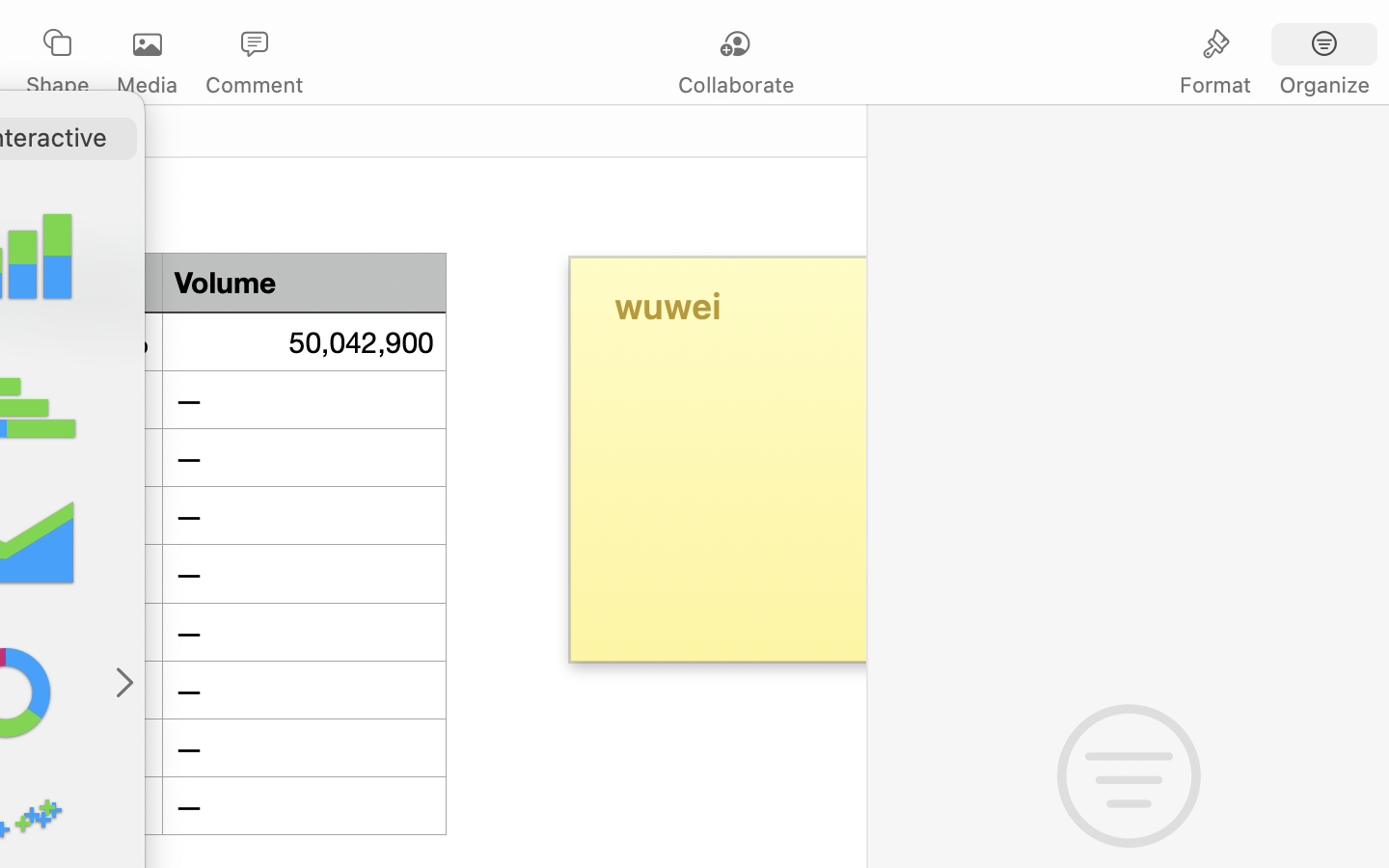 The width and height of the screenshot is (1389, 868). Describe the element at coordinates (1322, 84) in the screenshot. I see `'Organize'` at that location.